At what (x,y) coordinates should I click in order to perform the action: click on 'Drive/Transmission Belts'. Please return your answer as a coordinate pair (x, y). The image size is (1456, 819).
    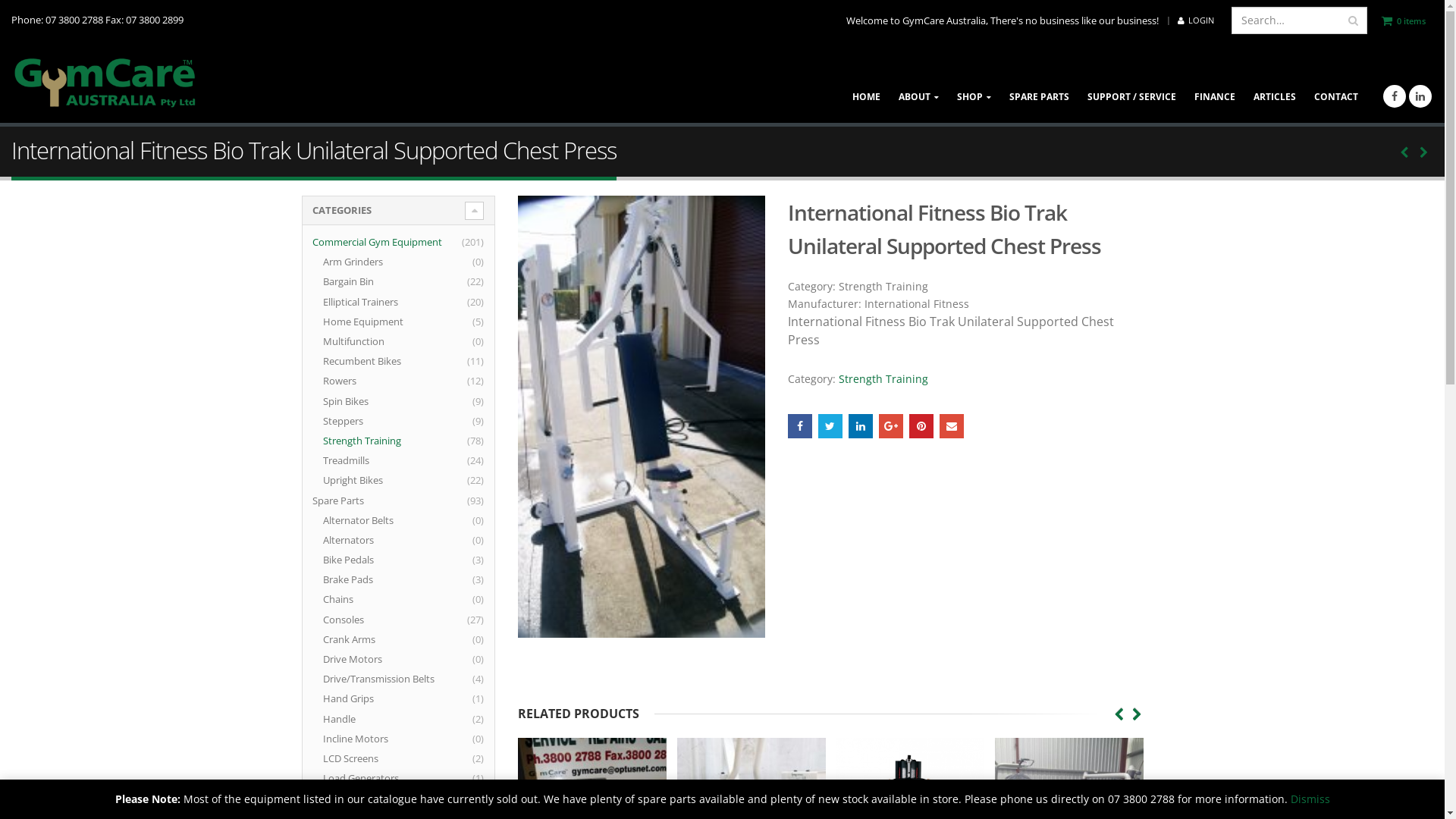
    Looking at the image, I should click on (388, 677).